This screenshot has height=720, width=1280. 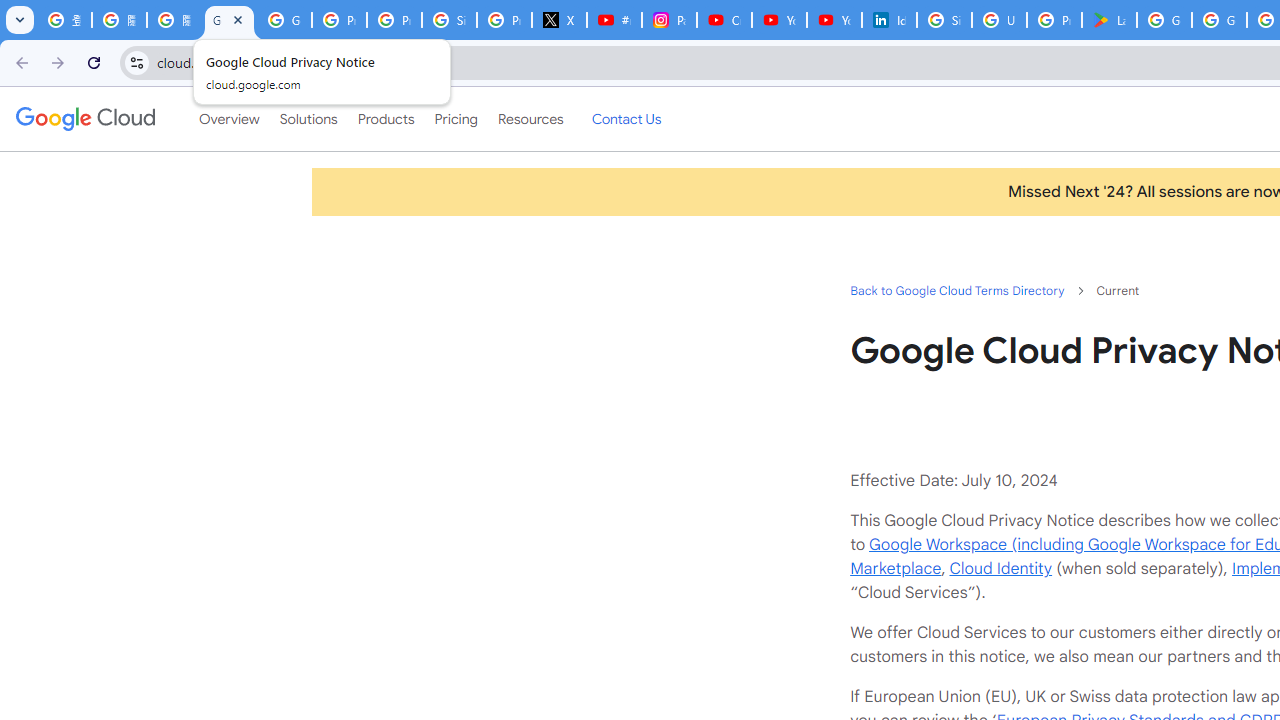 I want to click on 'Cloud Identity', so click(x=1000, y=568).